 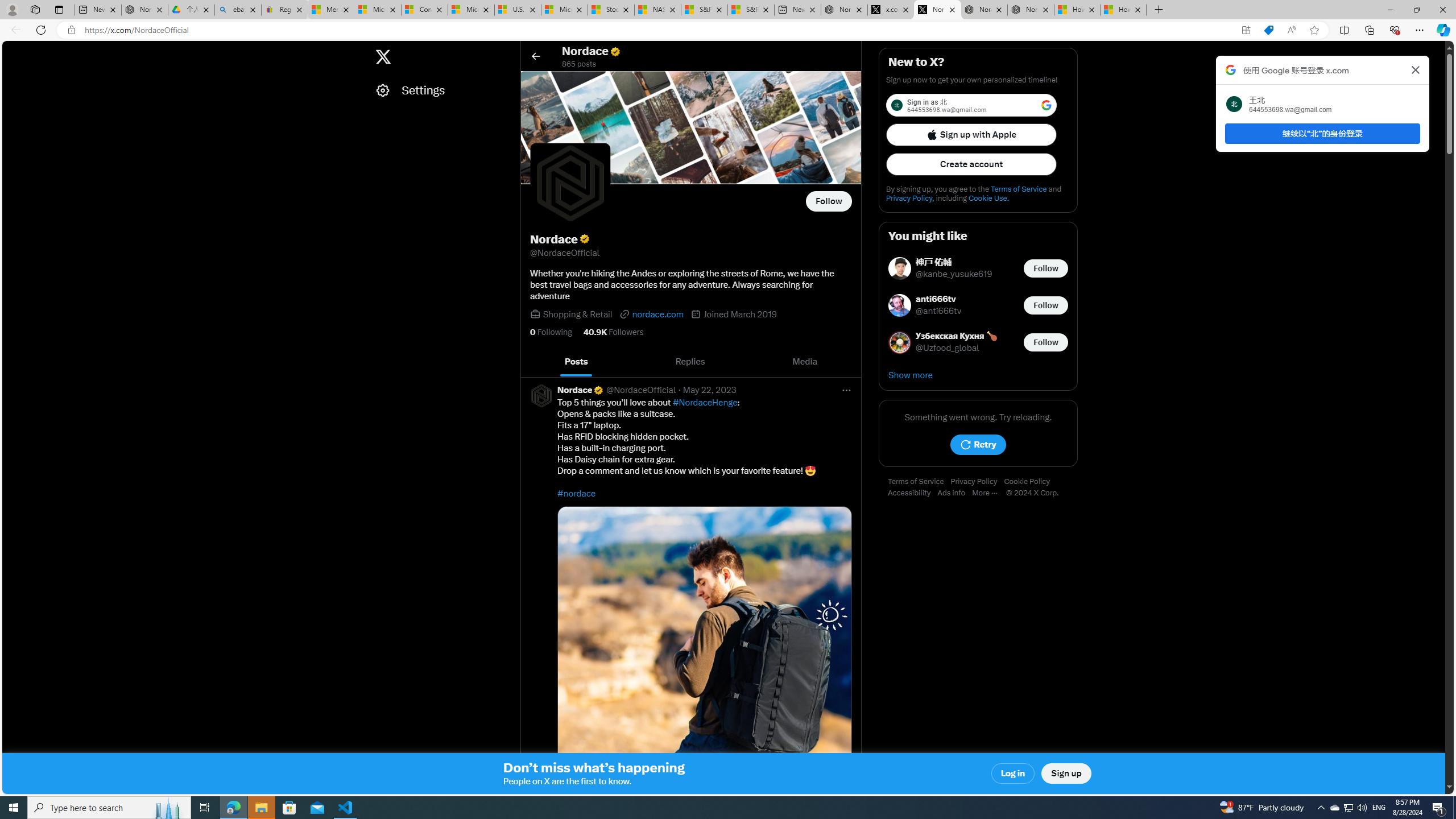 I want to click on 'Provides details about verified accounts.', so click(x=584, y=239).